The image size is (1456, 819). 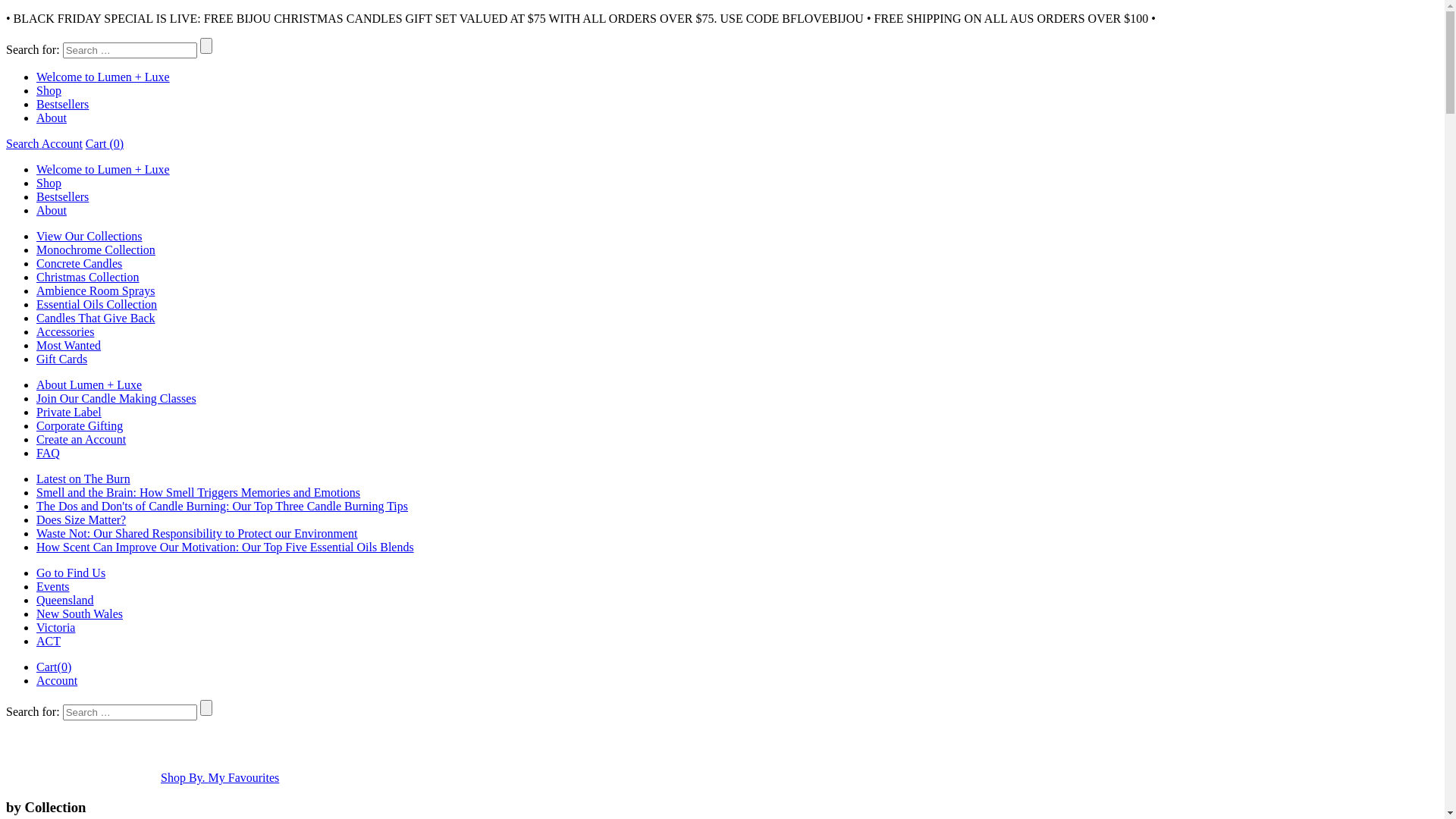 I want to click on 'Accessories', so click(x=64, y=331).